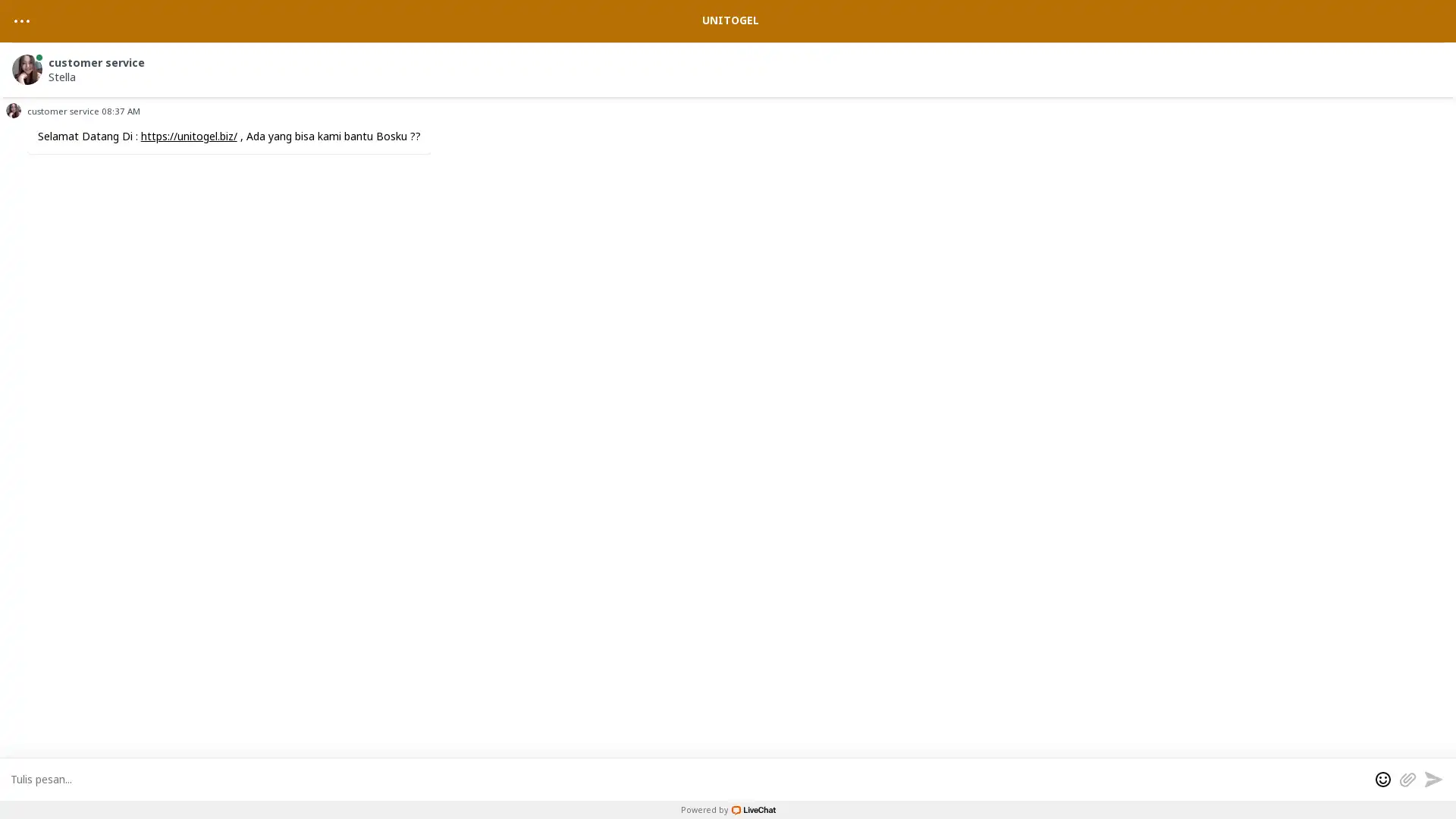 The width and height of the screenshot is (1456, 819). Describe the element at coordinates (1407, 778) in the screenshot. I see `Send a file` at that location.